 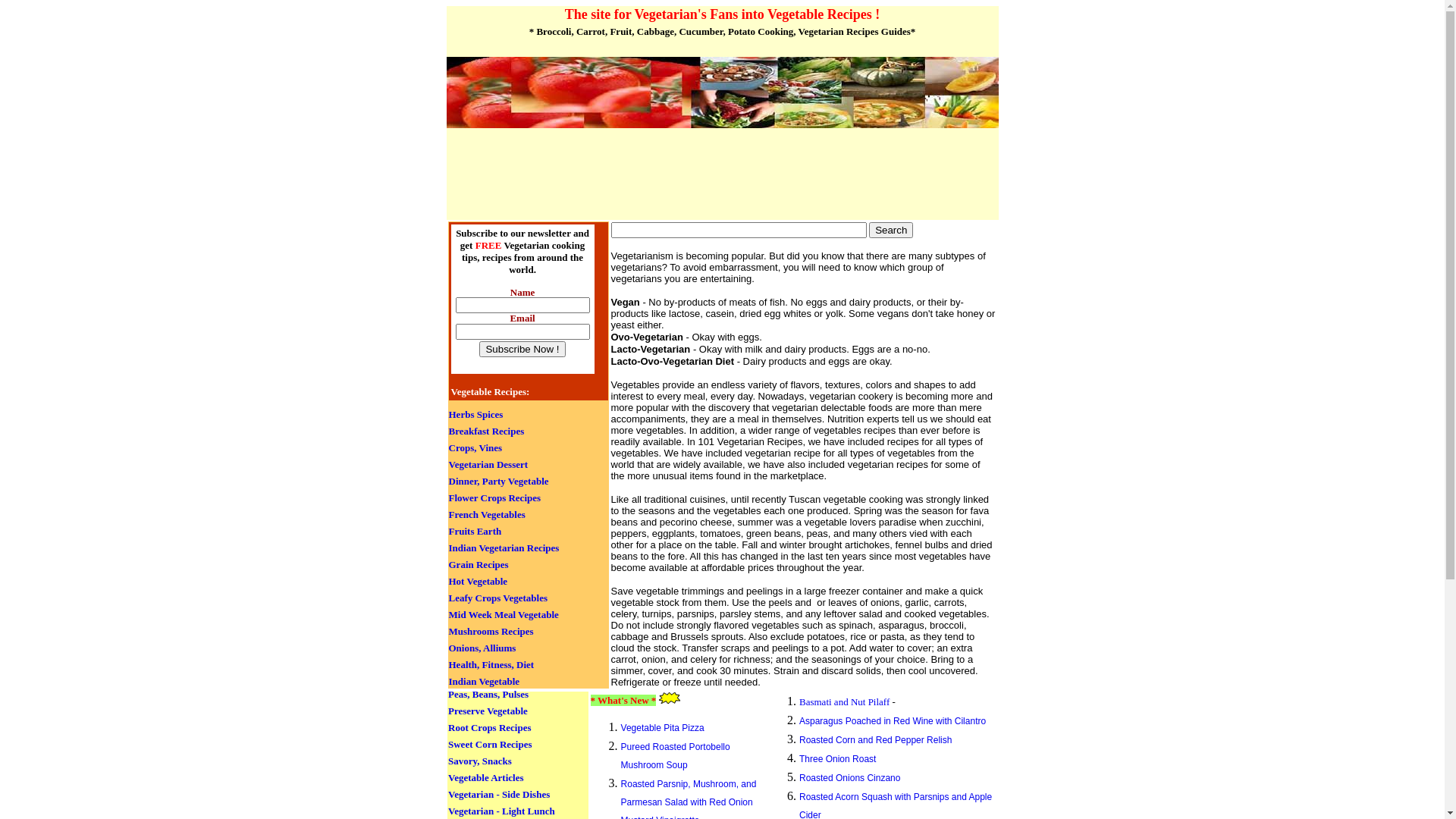 What do you see at coordinates (849, 778) in the screenshot?
I see `'Roasted Onions Cinzano'` at bounding box center [849, 778].